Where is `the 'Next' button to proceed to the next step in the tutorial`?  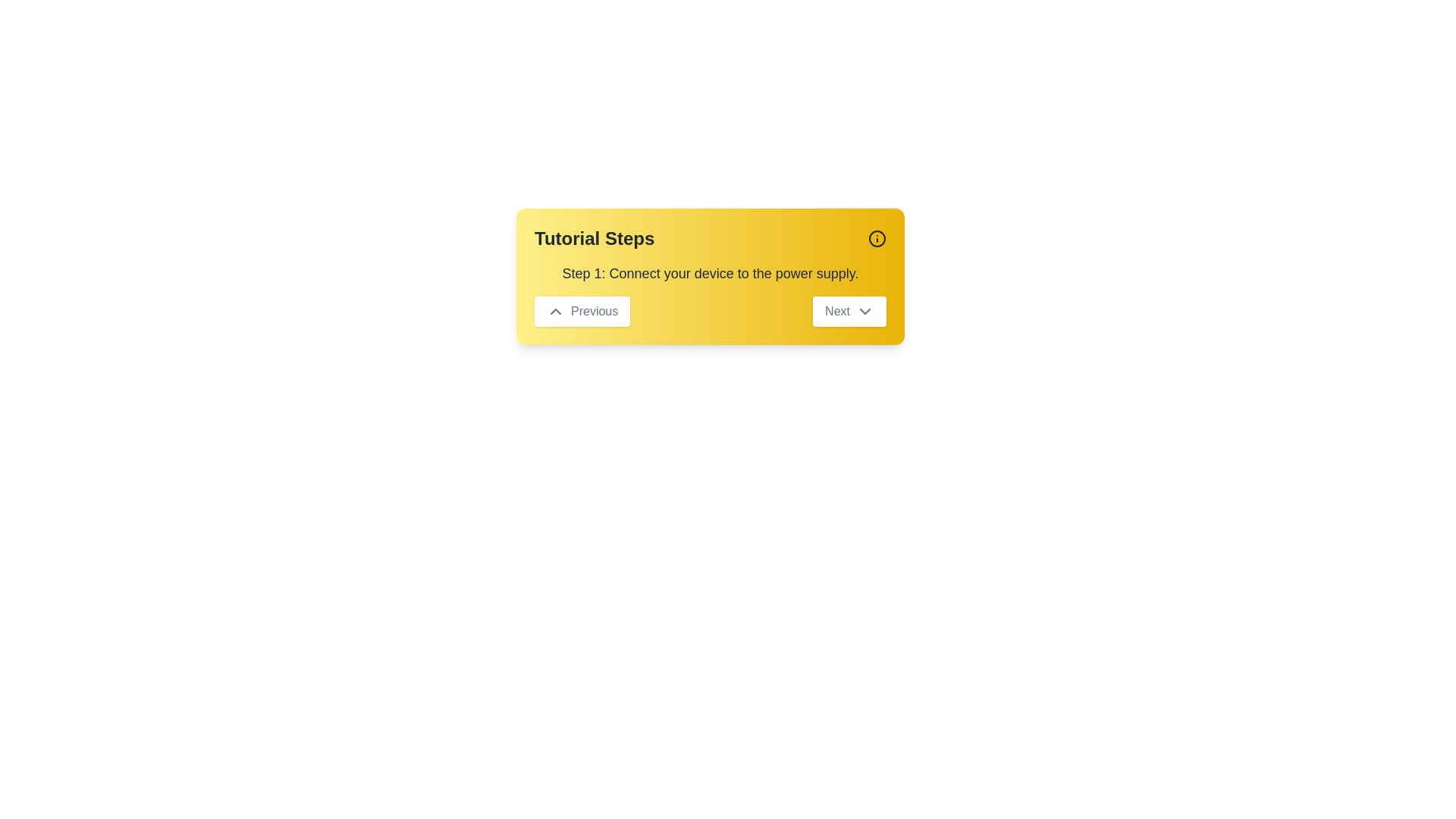
the 'Next' button to proceed to the next step in the tutorial is located at coordinates (848, 311).